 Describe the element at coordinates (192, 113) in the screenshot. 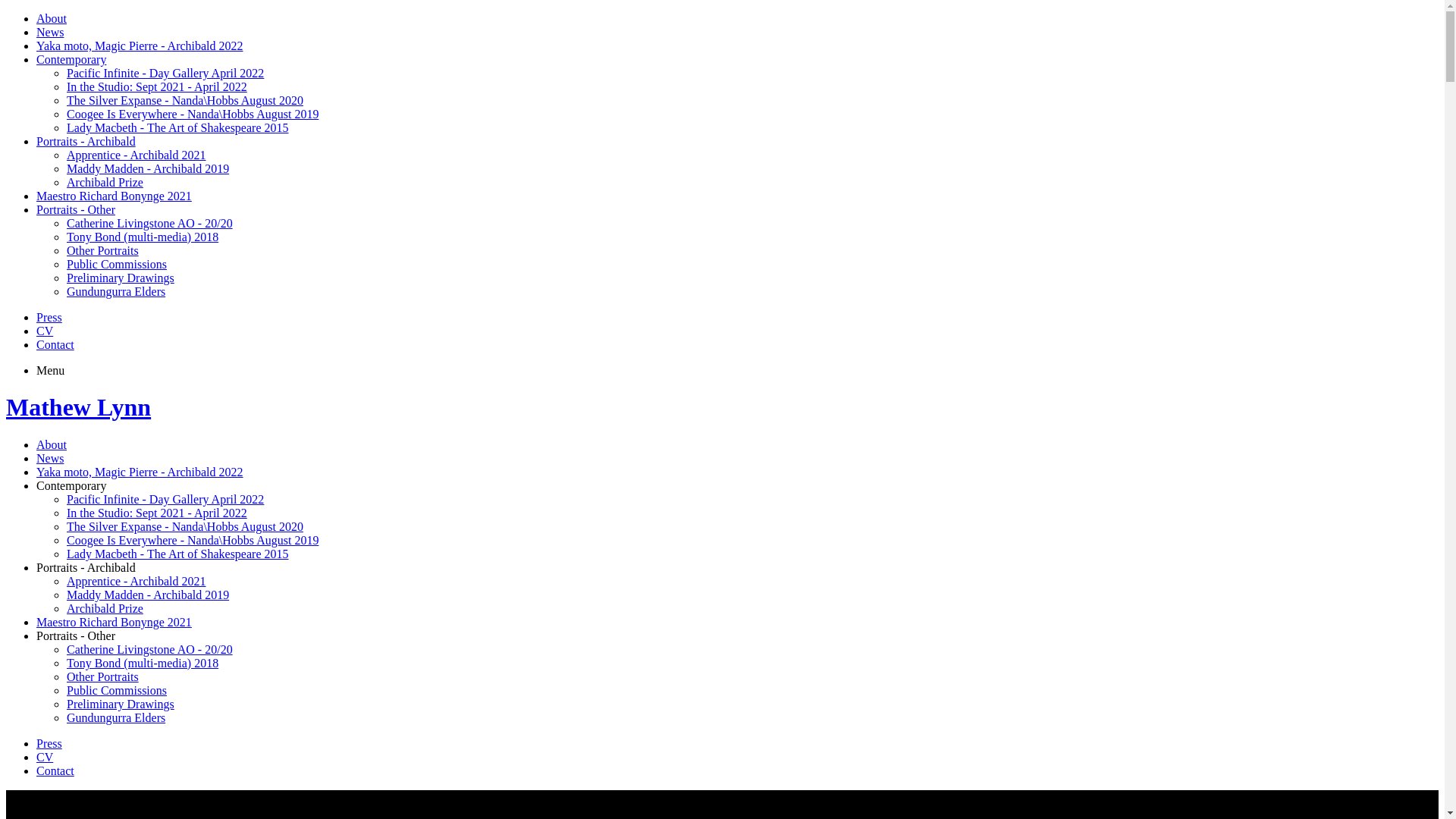

I see `'Coogee Is Everywhere - Nanda\Hobbs August 2019'` at that location.